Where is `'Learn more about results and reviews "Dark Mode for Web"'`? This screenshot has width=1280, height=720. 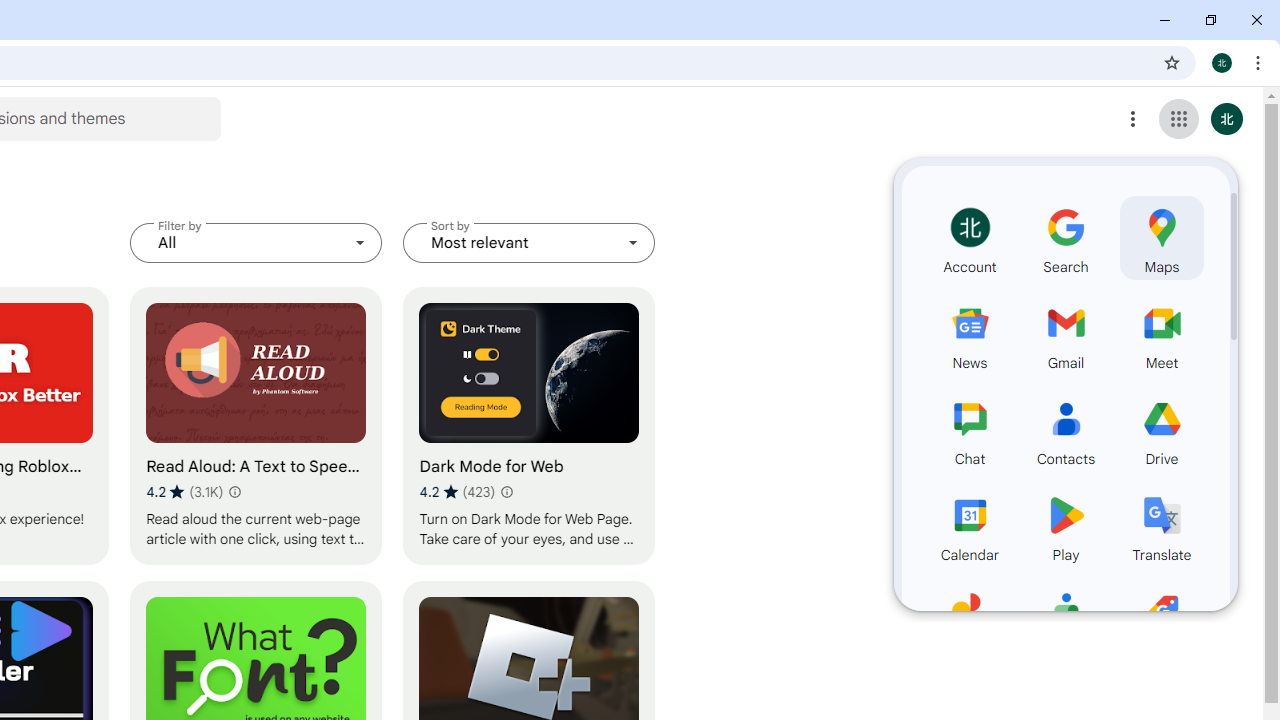
'Learn more about results and reviews "Dark Mode for Web"' is located at coordinates (506, 492).